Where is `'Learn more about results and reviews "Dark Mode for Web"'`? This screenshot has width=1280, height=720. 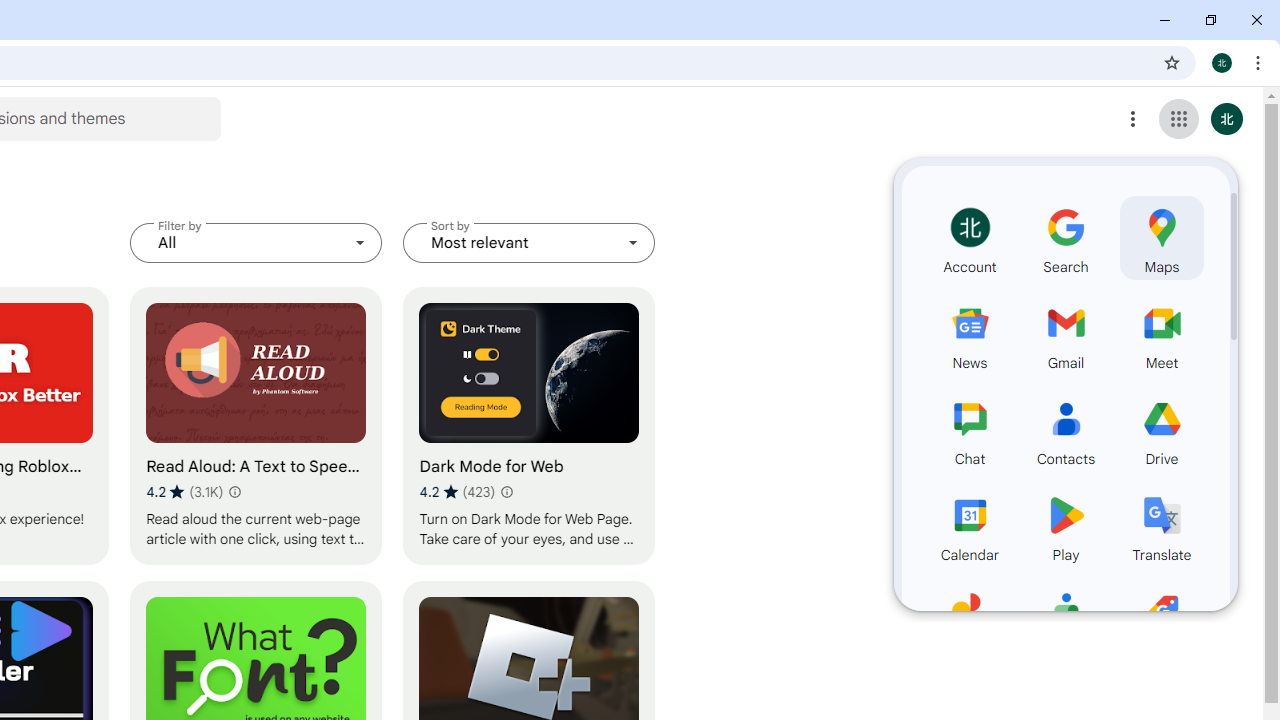
'Learn more about results and reviews "Dark Mode for Web"' is located at coordinates (506, 492).